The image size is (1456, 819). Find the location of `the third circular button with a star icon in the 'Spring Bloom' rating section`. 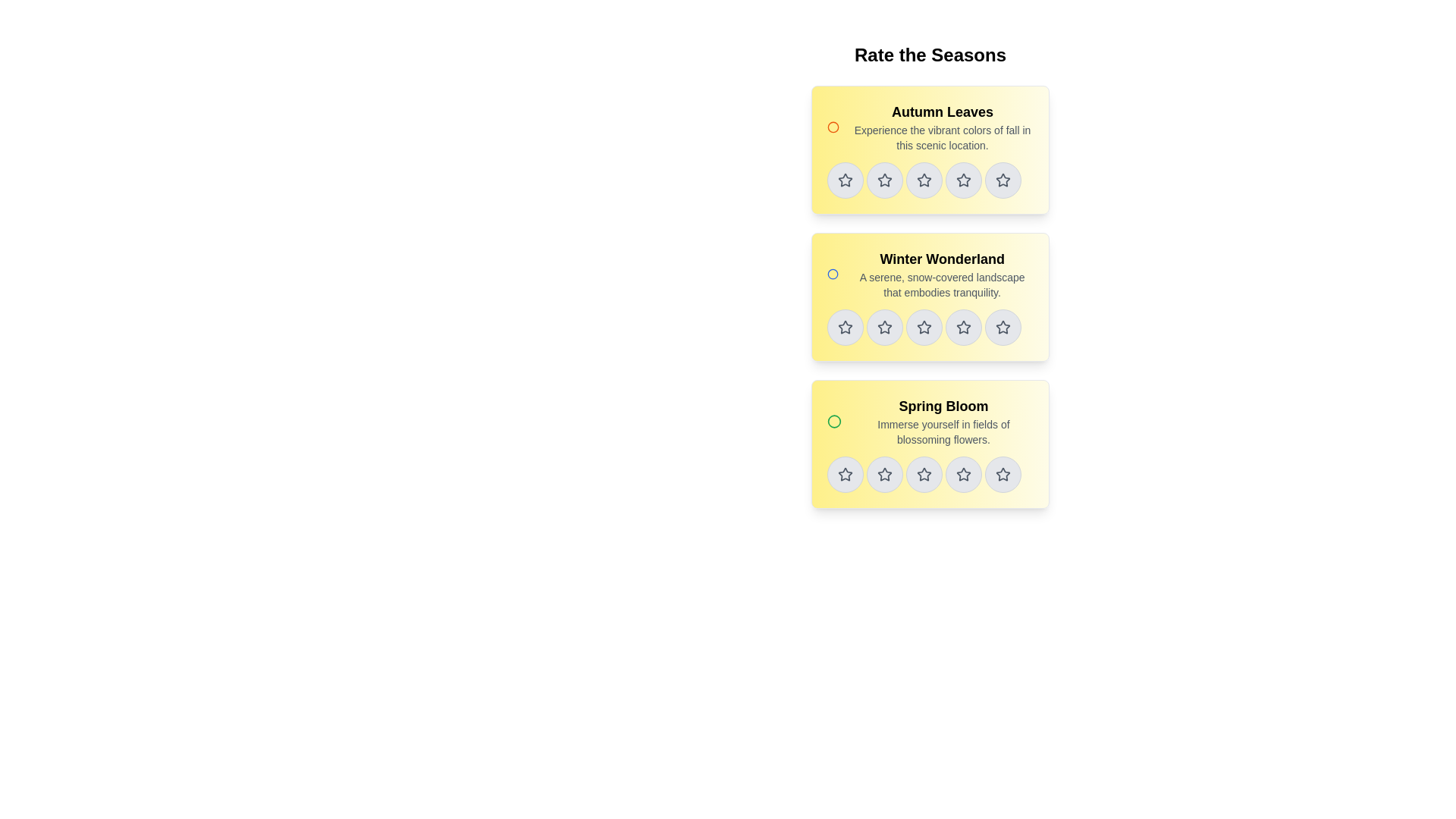

the third circular button with a star icon in the 'Spring Bloom' rating section is located at coordinates (930, 473).